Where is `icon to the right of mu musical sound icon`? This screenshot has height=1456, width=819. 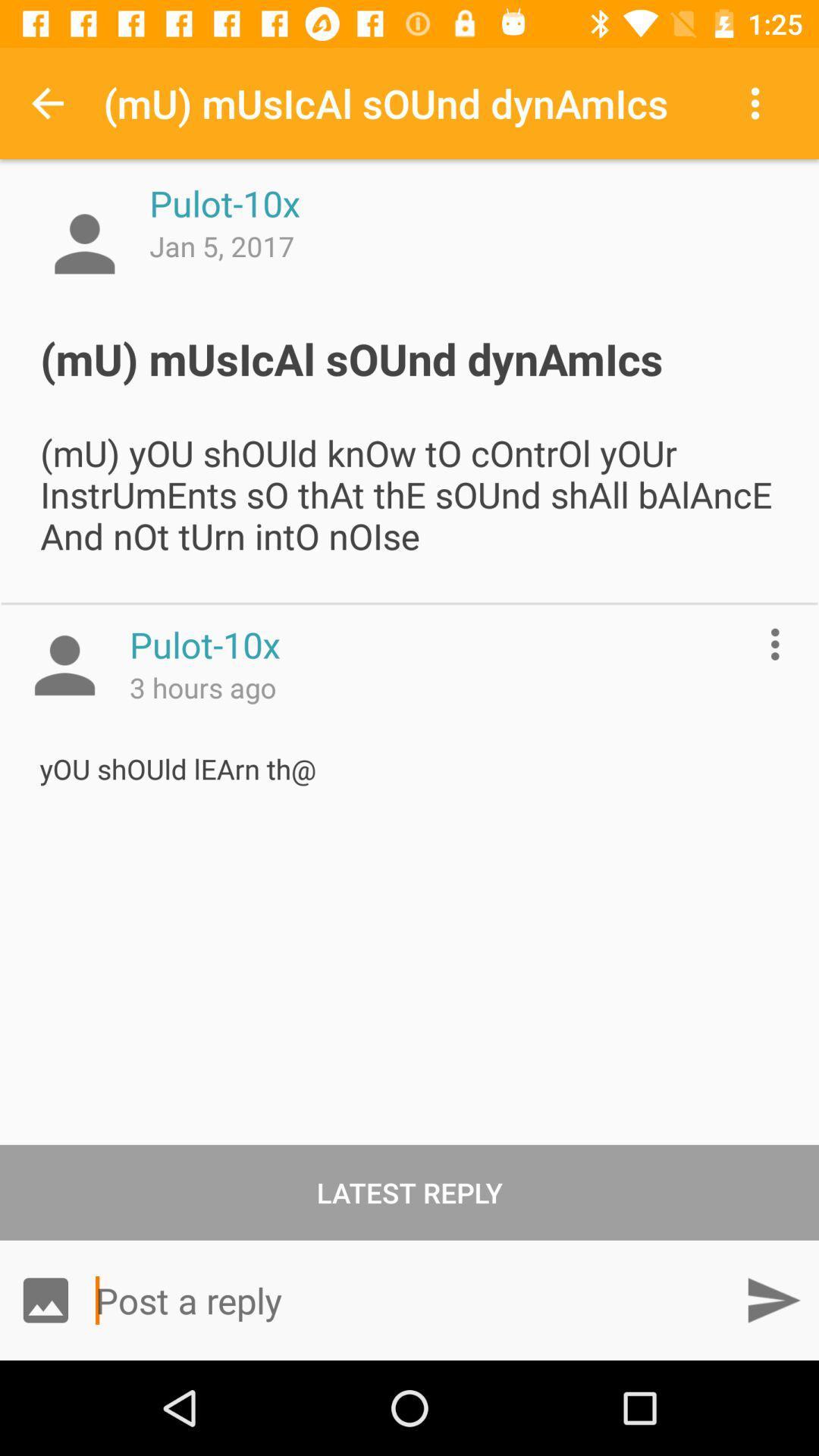
icon to the right of mu musical sound icon is located at coordinates (759, 102).